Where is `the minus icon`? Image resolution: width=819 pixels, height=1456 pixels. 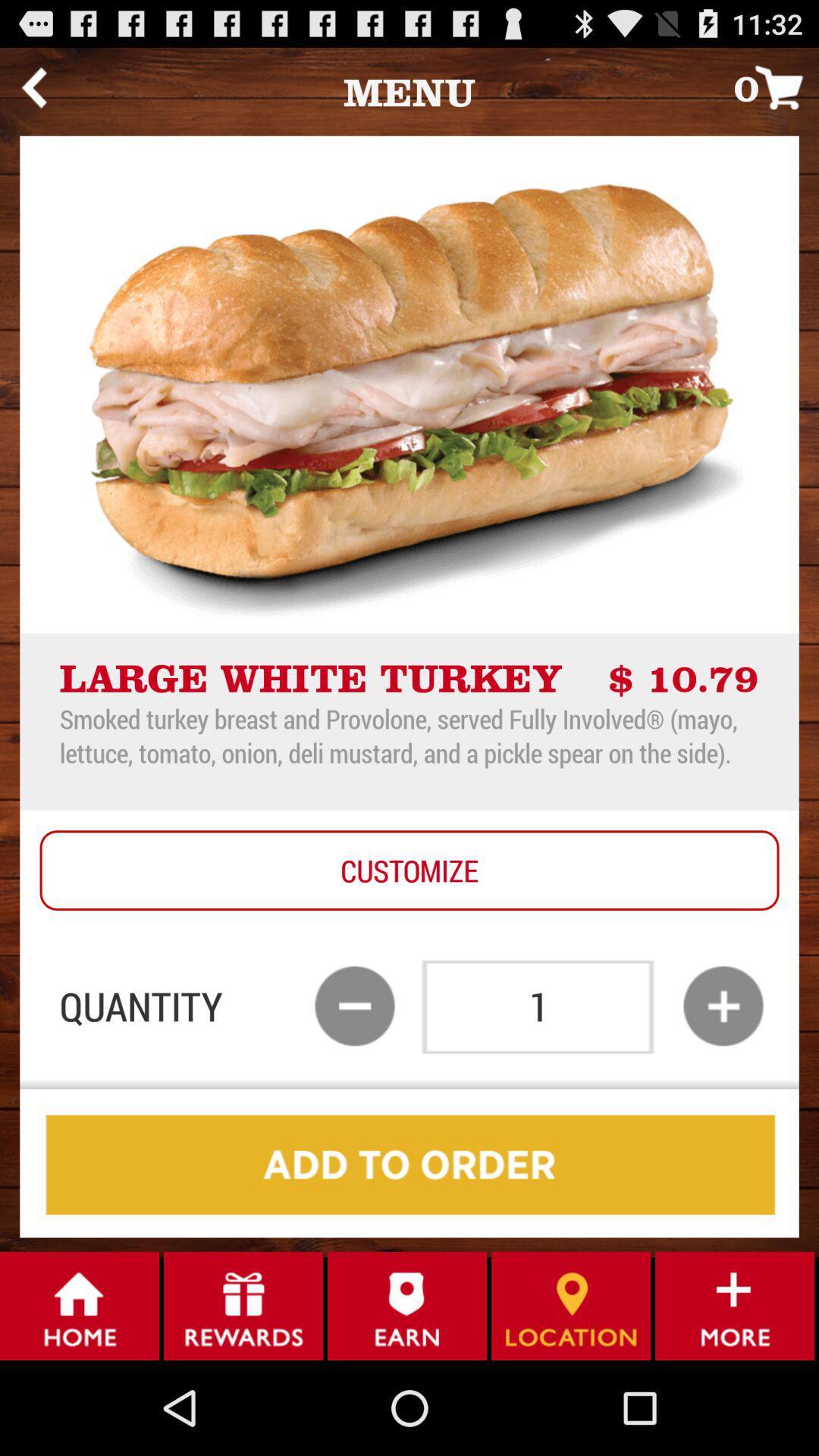 the minus icon is located at coordinates (354, 1075).